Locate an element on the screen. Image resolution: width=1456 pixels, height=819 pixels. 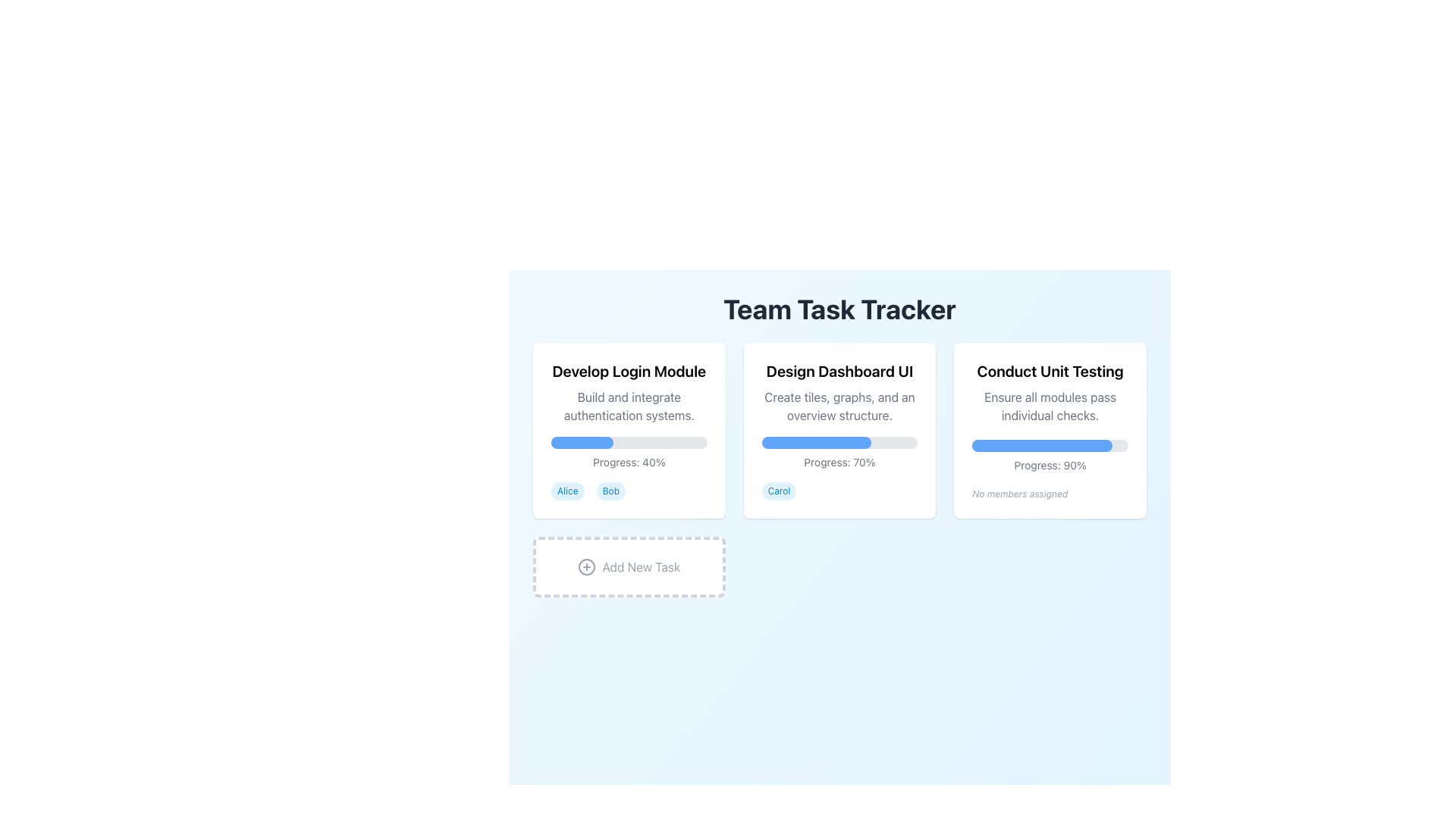
the label in the second card located below the 'Progress: 70%' label, which identifies an assigned individual or group related to the task is located at coordinates (779, 491).